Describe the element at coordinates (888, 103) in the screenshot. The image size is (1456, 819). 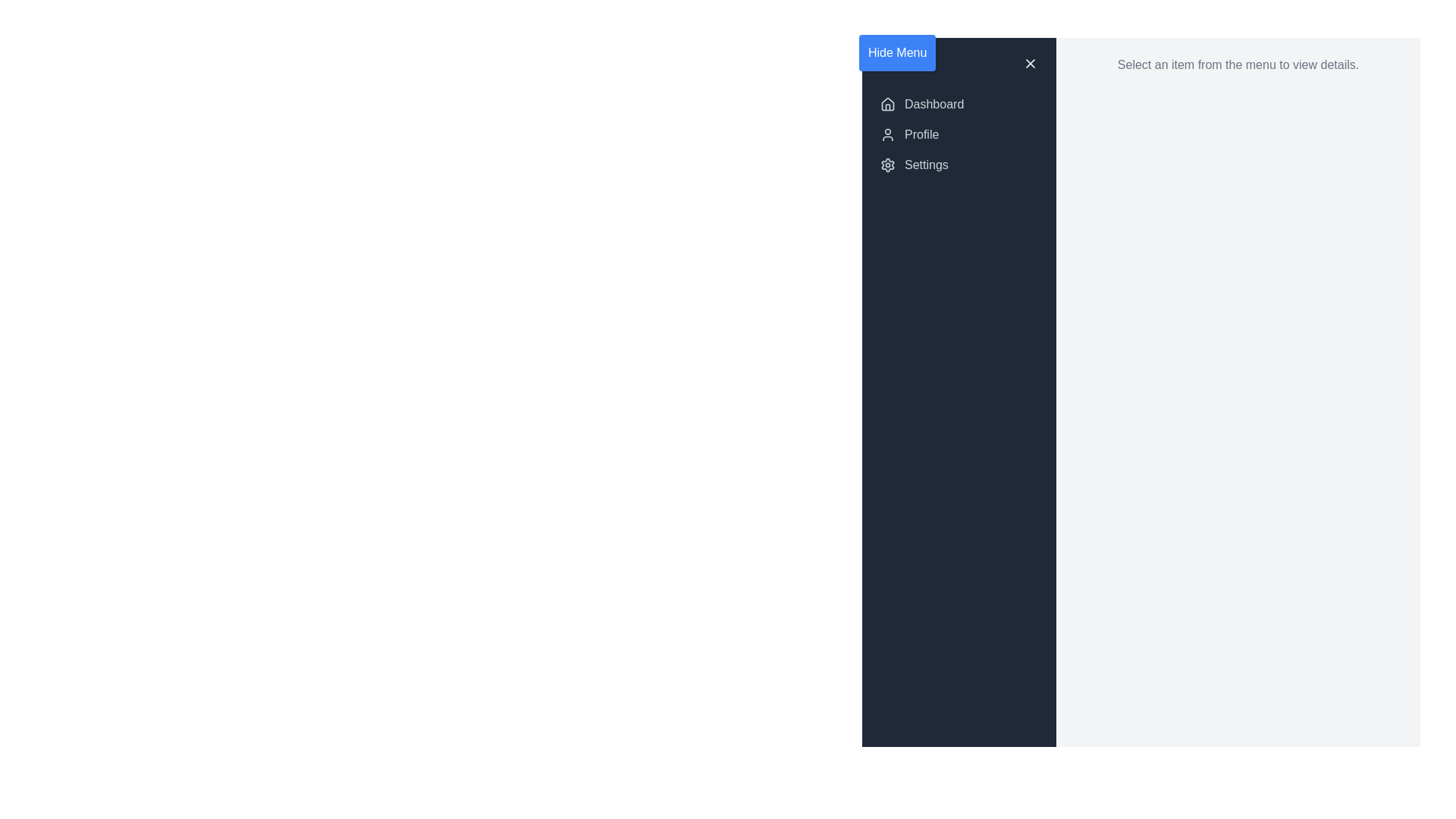
I see `house icon SVG element in the left-side navigation menu that corresponds to the 'Dashboard' option by opening developer tools` at that location.